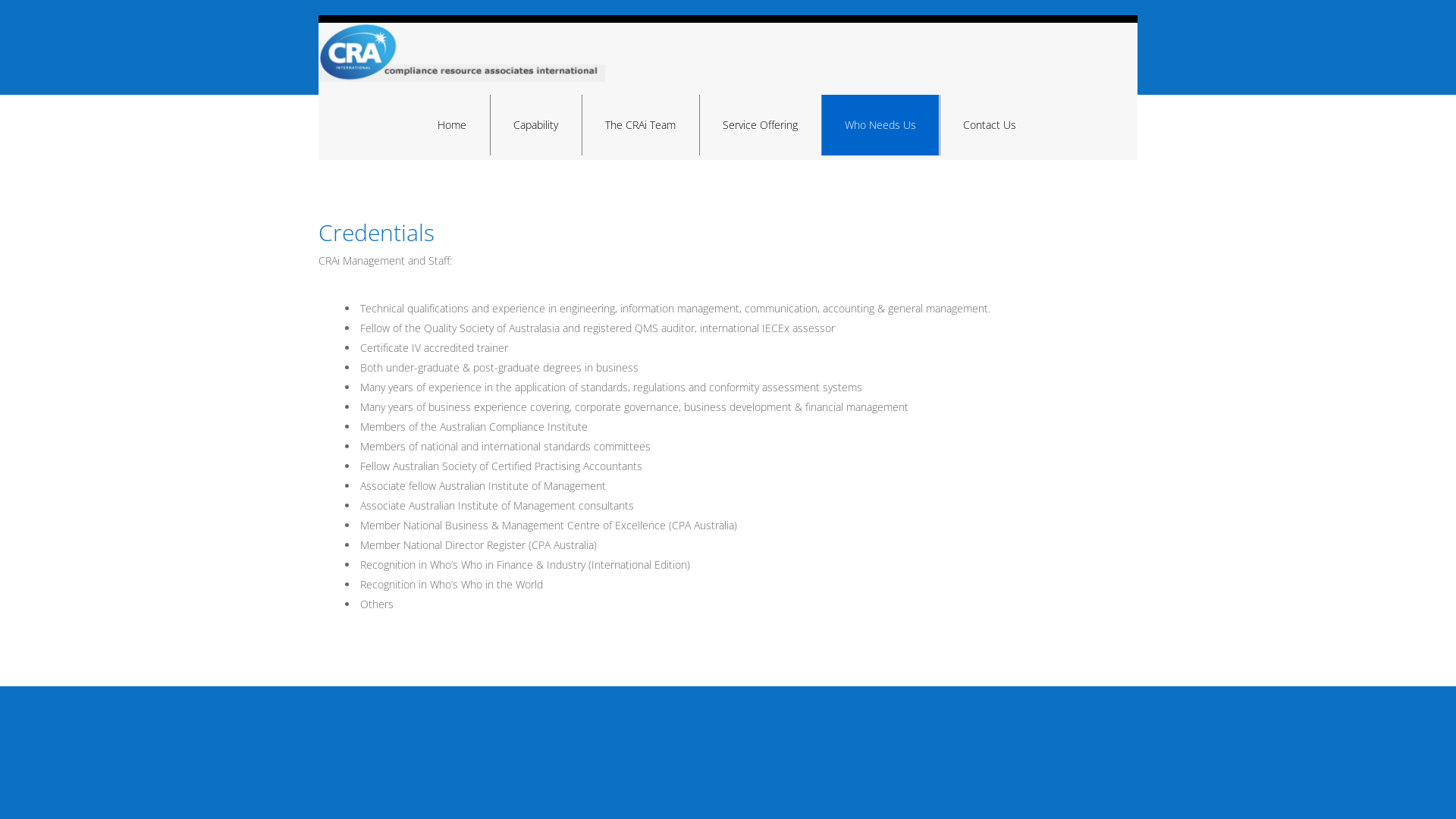 The height and width of the screenshot is (819, 1456). Describe the element at coordinates (880, 124) in the screenshot. I see `'Who Needs Us'` at that location.